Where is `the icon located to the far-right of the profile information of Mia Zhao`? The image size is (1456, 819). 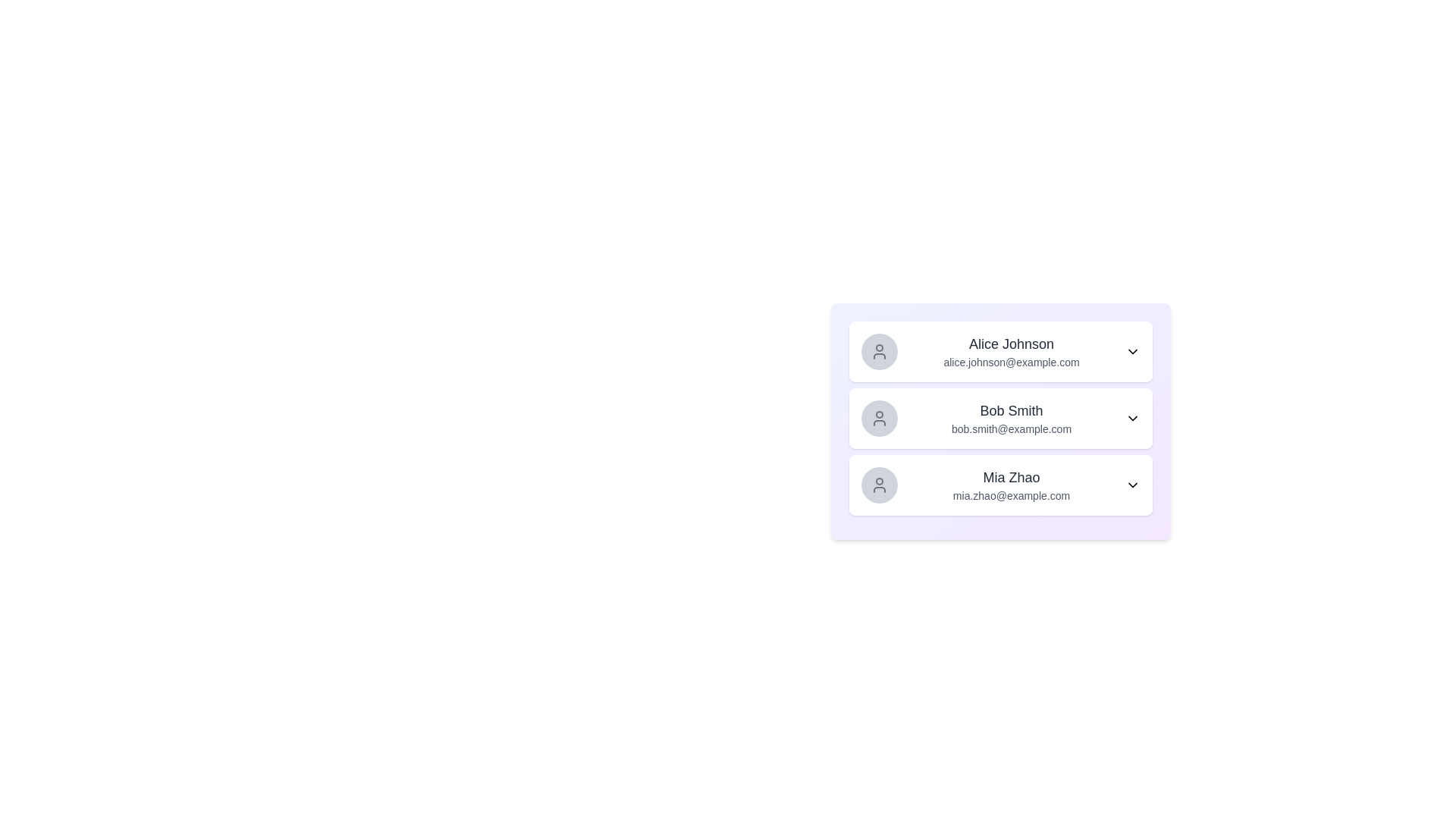
the icon located to the far-right of the profile information of Mia Zhao is located at coordinates (1132, 485).